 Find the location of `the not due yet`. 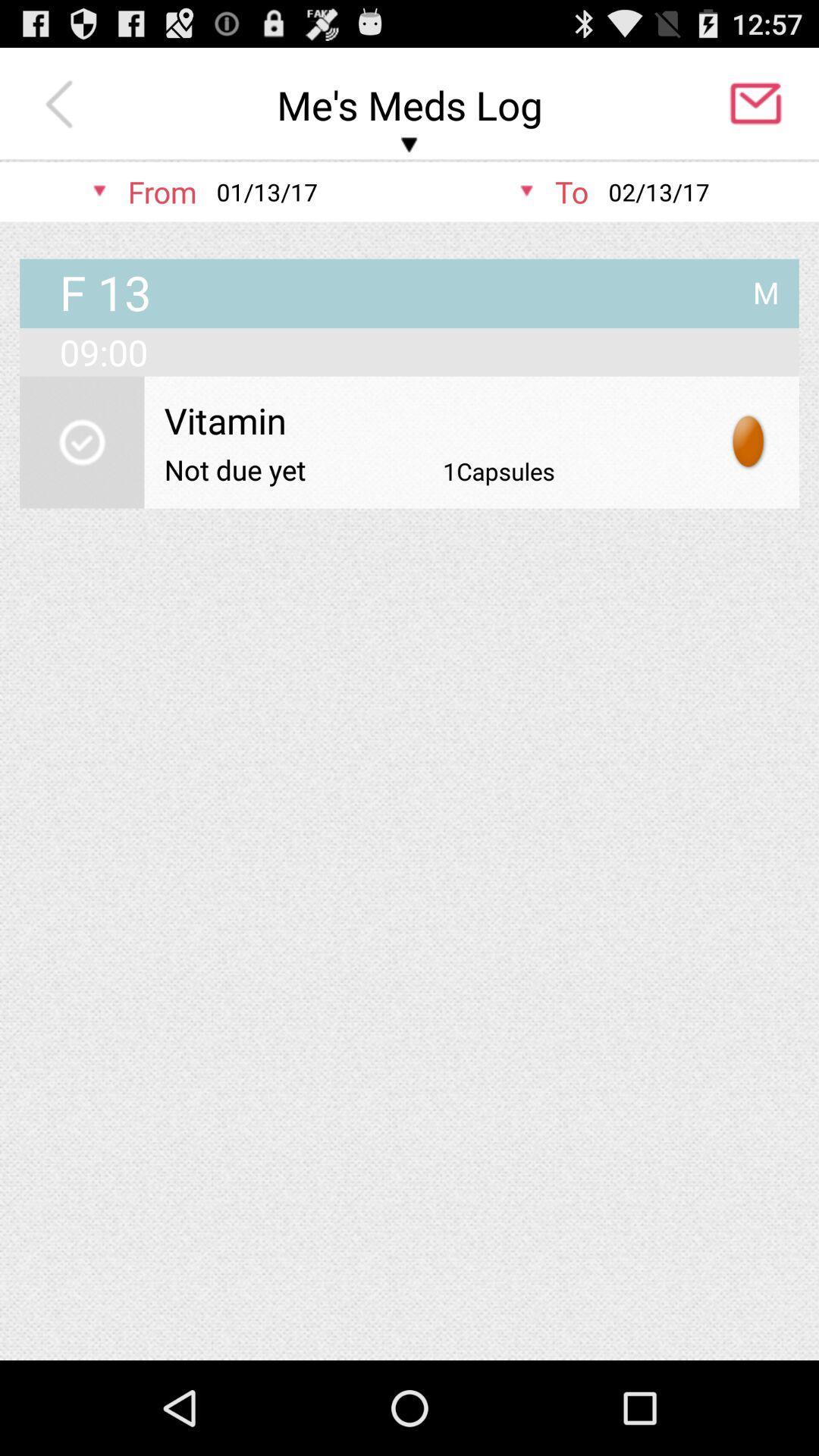

the not due yet is located at coordinates (235, 469).